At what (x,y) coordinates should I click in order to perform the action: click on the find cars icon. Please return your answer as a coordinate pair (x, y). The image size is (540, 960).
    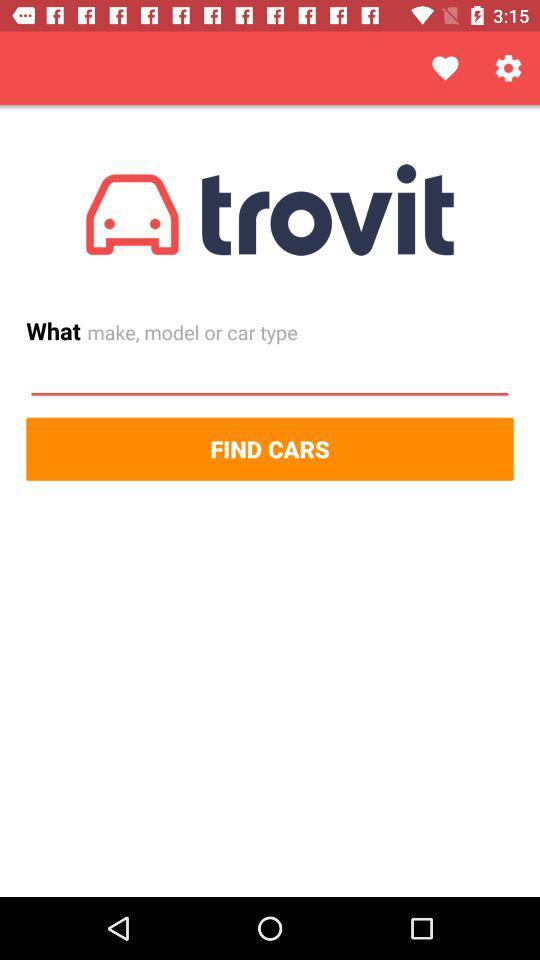
    Looking at the image, I should click on (270, 449).